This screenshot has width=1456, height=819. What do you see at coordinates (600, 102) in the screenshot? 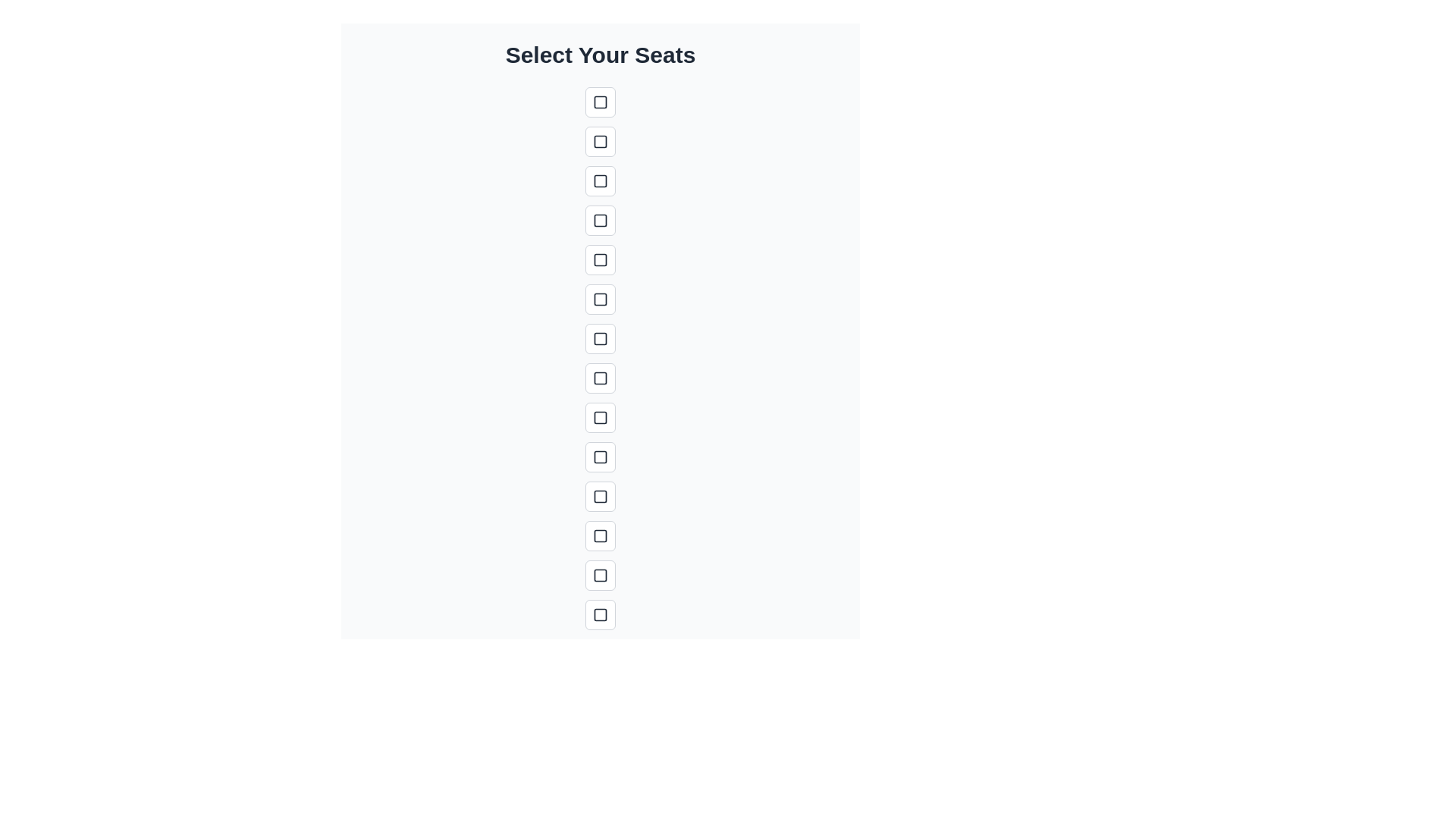
I see `the selected seat button to deselect it` at bounding box center [600, 102].